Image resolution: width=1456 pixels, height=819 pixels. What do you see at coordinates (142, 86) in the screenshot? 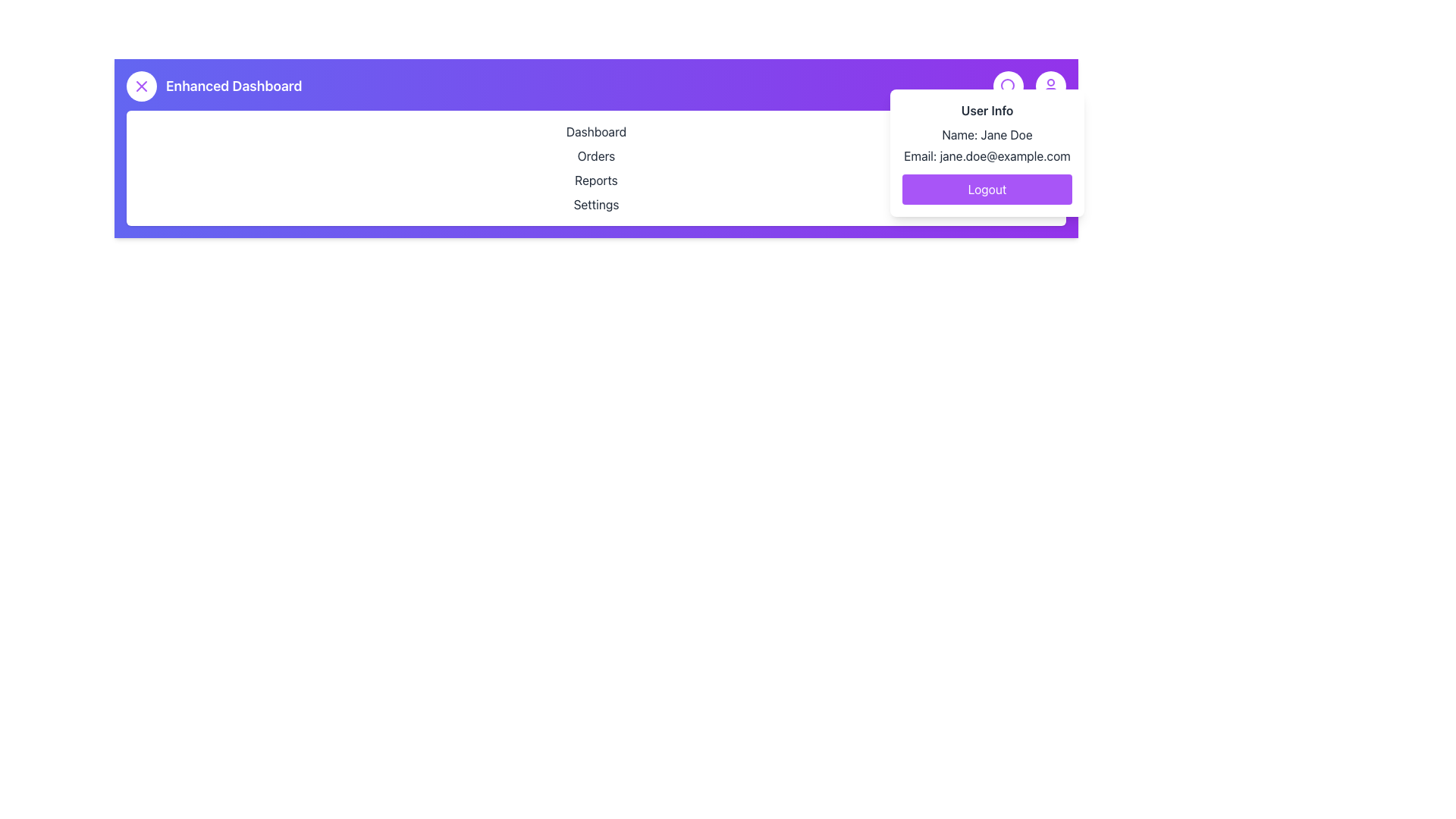
I see `the close button located at the top-left corner of the 'Enhanced Dashboard' header` at bounding box center [142, 86].